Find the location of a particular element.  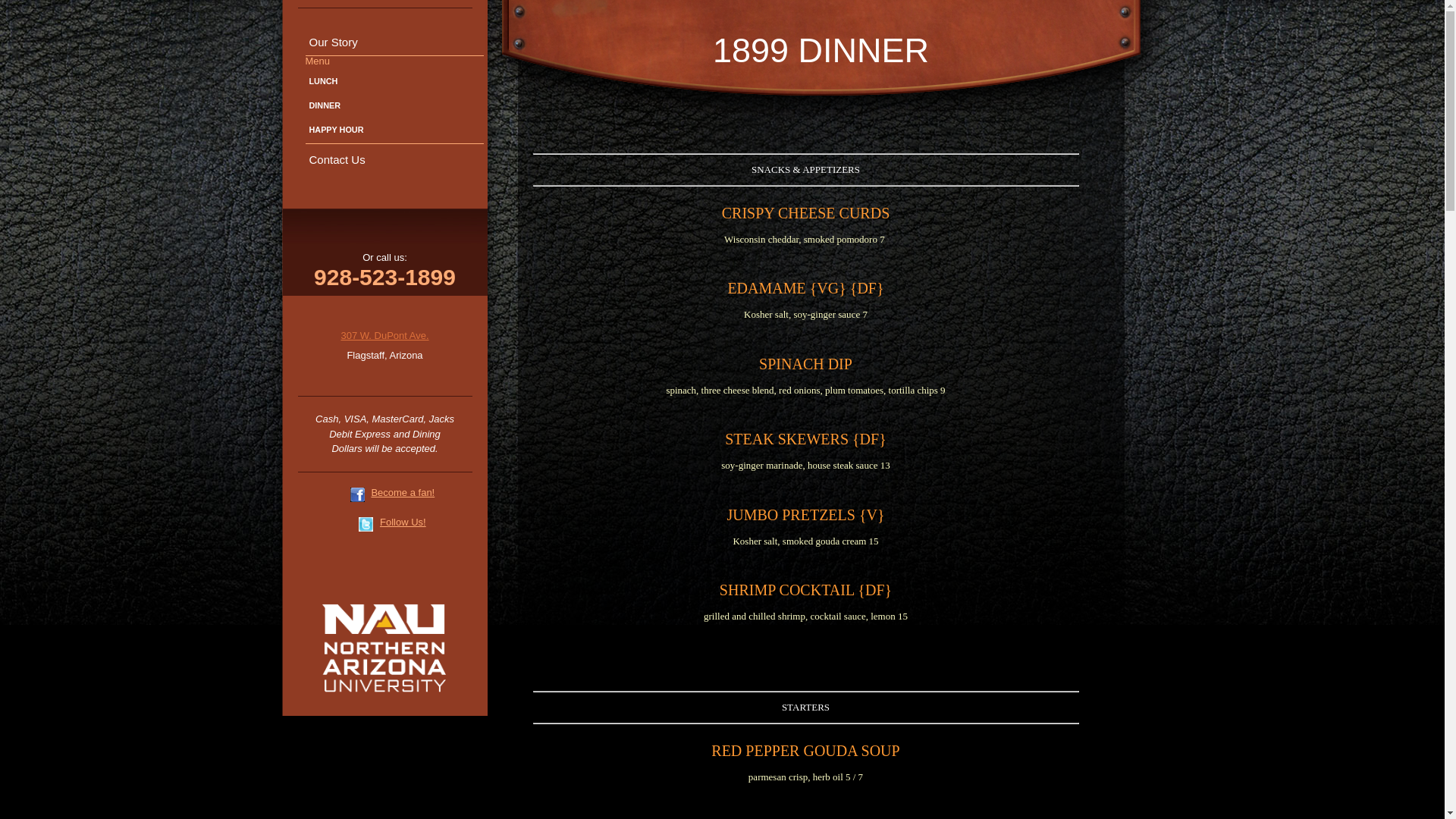

'DINNER' is located at coordinates (394, 105).